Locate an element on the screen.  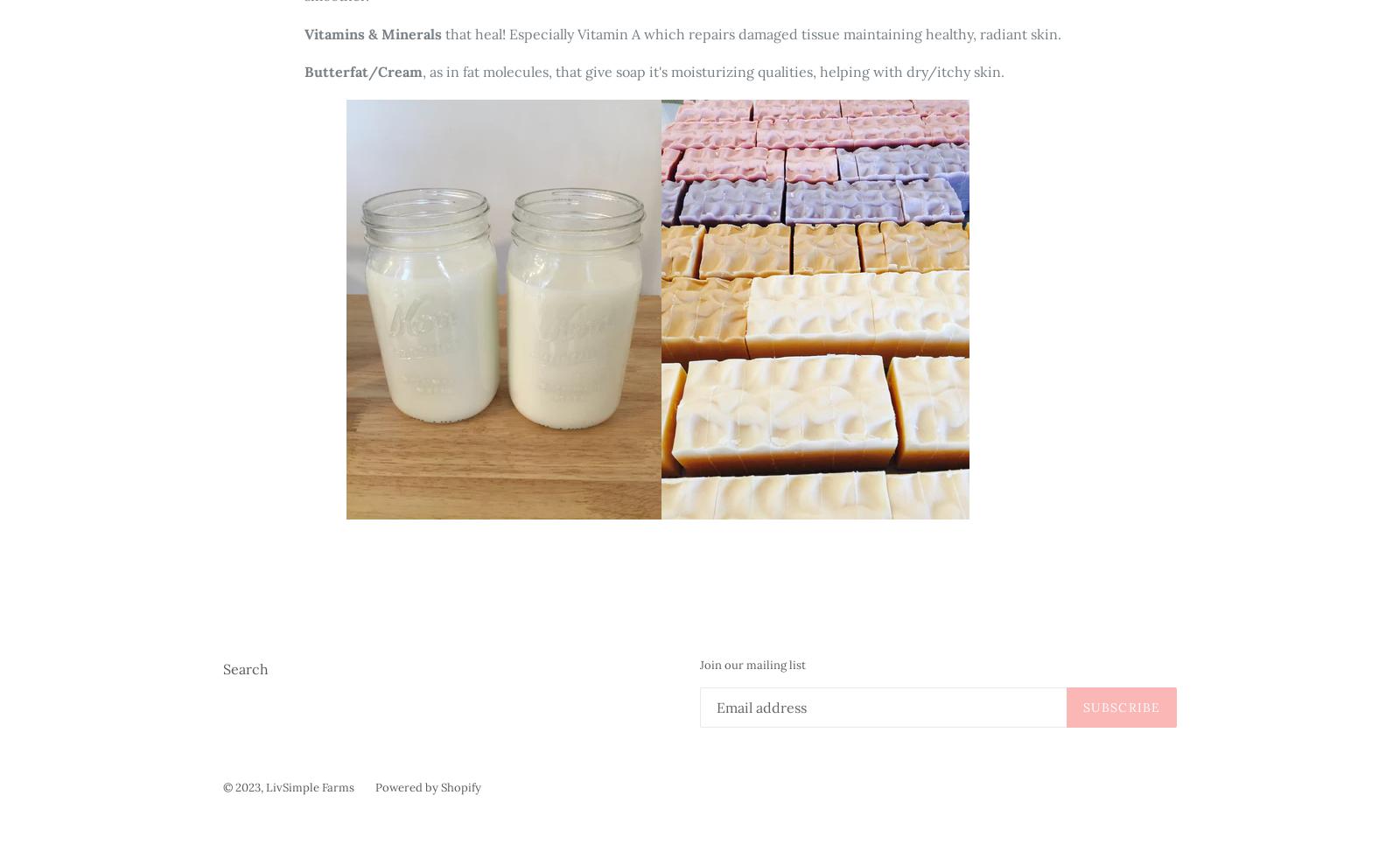
', as in fat molecules, that give soap it's moisturizing qualities, helping with dry/itchy skin.' is located at coordinates (422, 71).